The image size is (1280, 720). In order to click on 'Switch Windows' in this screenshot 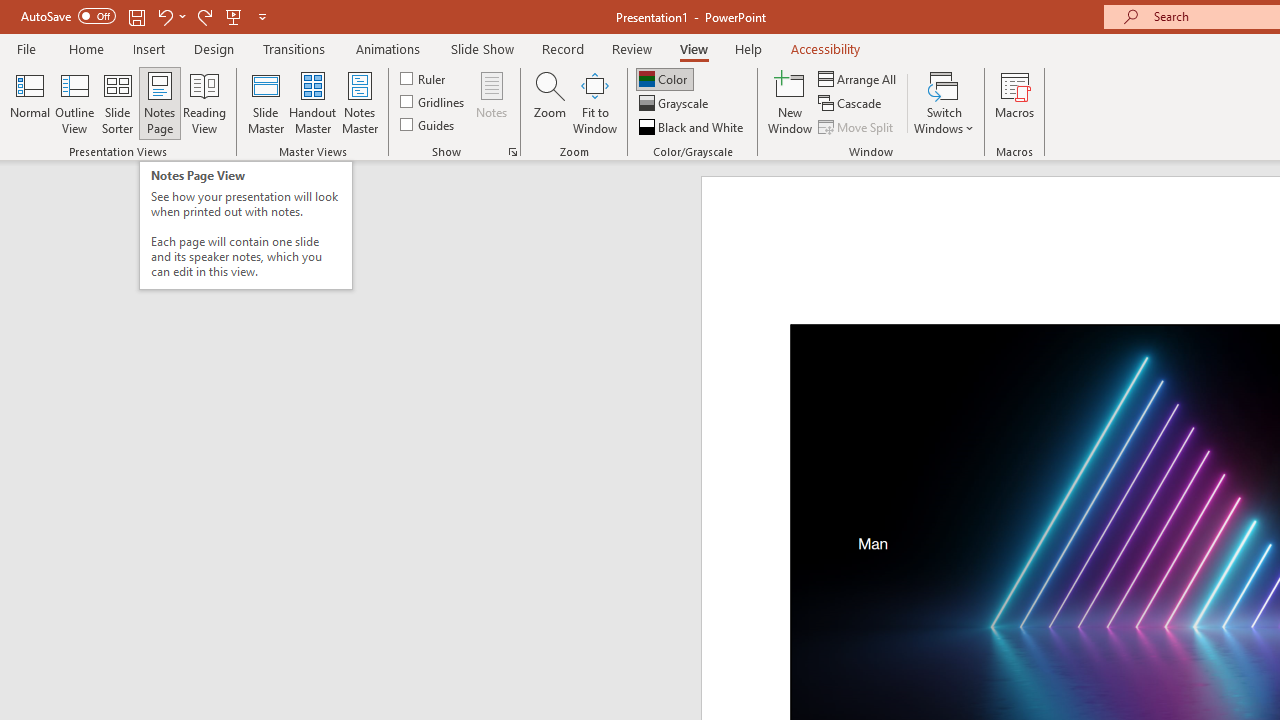, I will do `click(943, 103)`.